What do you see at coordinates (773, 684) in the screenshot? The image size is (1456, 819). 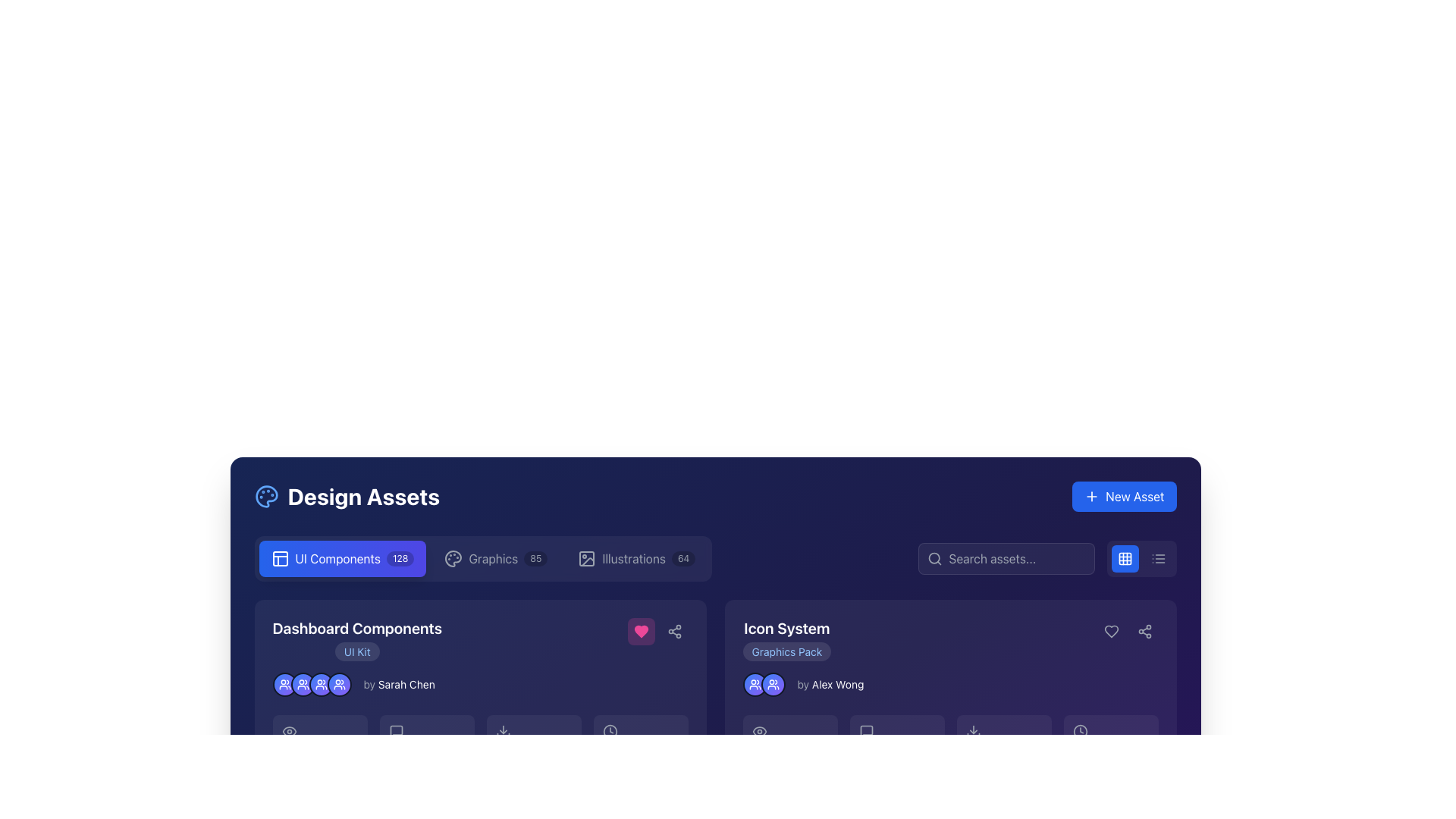 I see `the circular community icon with a gradient background transitioning from blue to violet, bordered by a gray rim` at bounding box center [773, 684].